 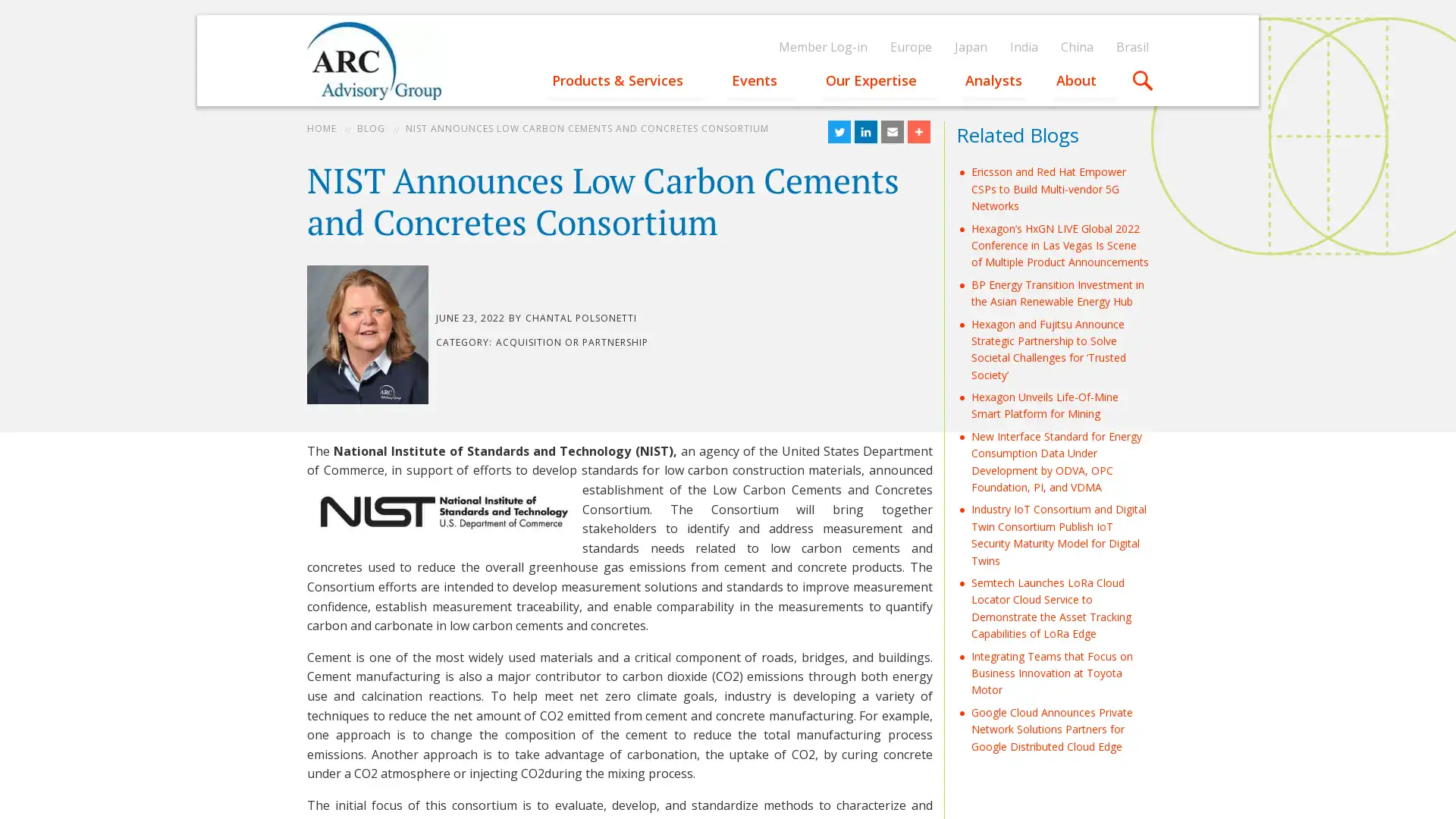 What do you see at coordinates (841, 130) in the screenshot?
I see `Share to Twitter` at bounding box center [841, 130].